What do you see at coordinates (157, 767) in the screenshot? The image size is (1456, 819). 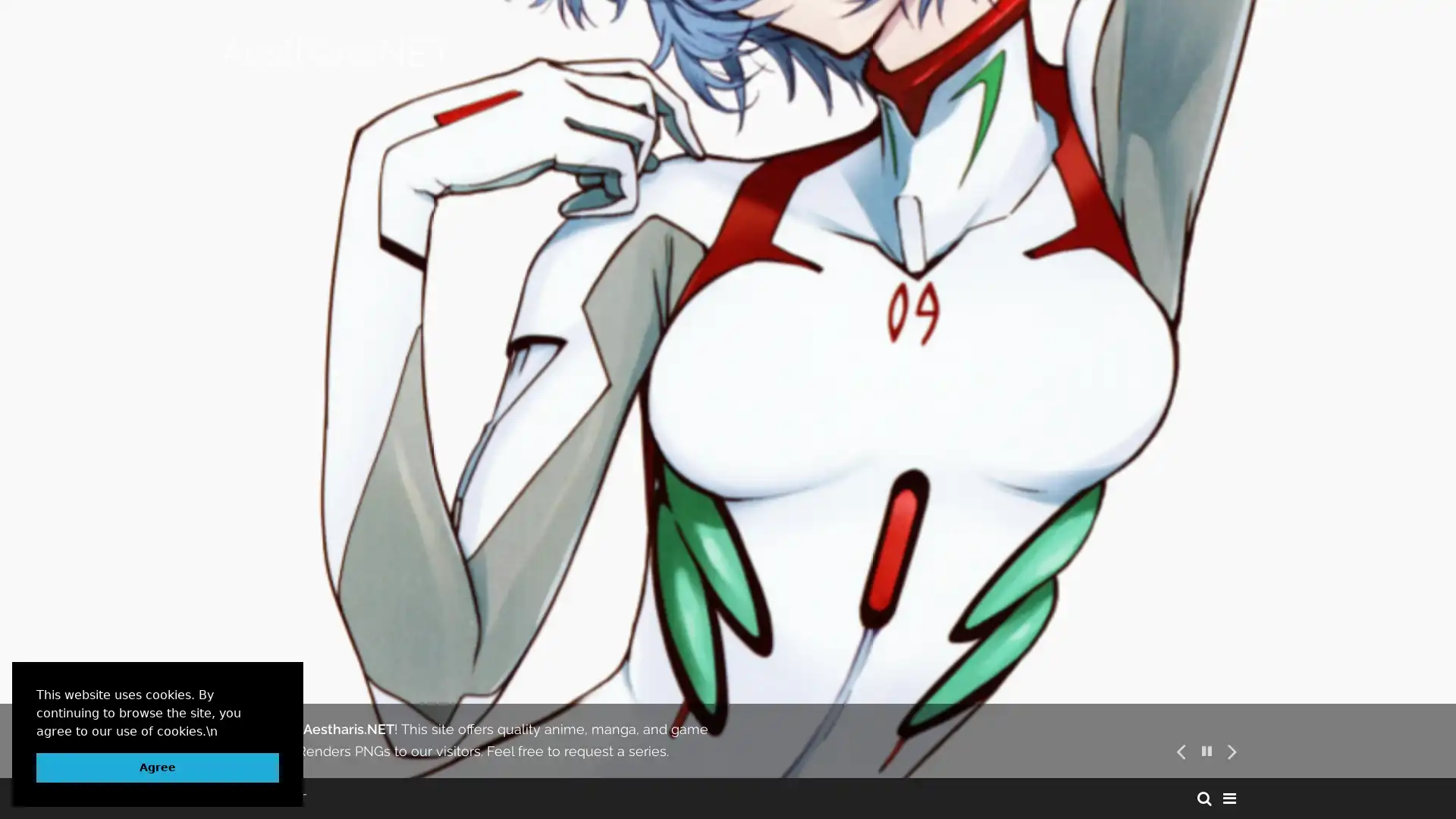 I see `dismiss cookie message` at bounding box center [157, 767].